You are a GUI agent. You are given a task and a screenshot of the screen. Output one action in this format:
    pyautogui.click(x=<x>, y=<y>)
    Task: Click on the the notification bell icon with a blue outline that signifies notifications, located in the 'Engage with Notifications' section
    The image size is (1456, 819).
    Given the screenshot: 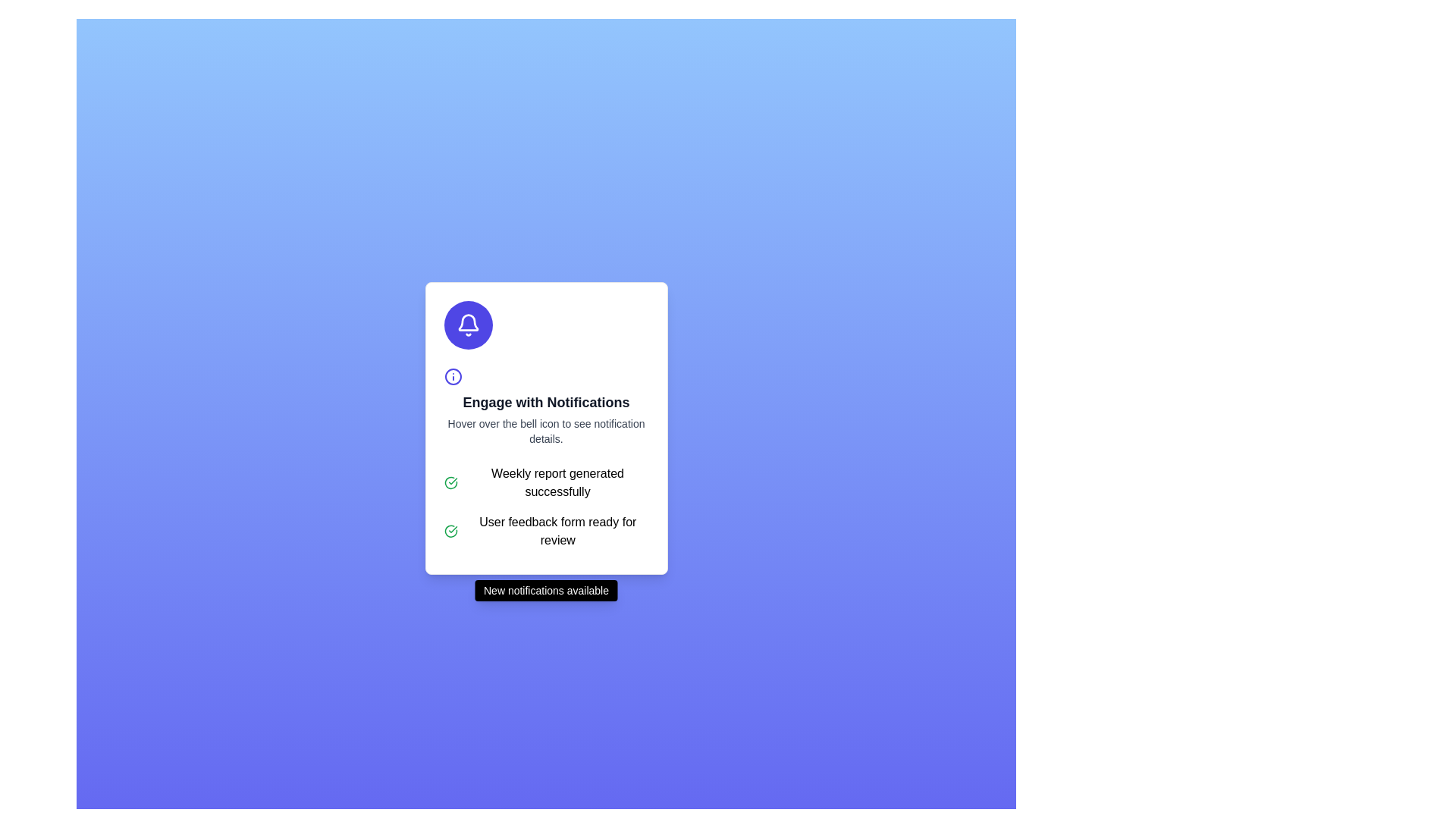 What is the action you would take?
    pyautogui.click(x=467, y=322)
    